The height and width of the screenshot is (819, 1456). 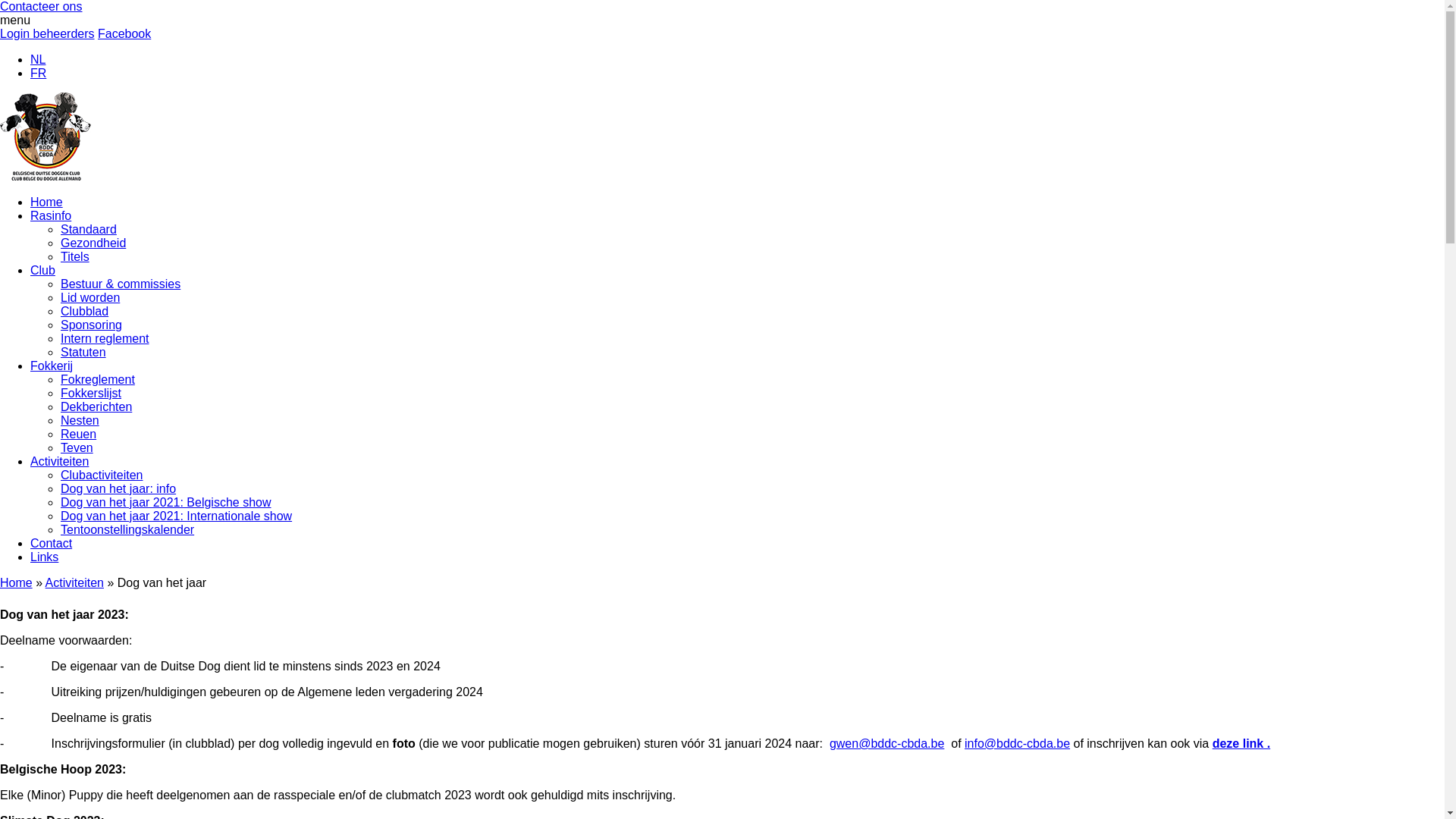 What do you see at coordinates (0, 0) in the screenshot?
I see `'Overslaan en naar de inhoud gaan'` at bounding box center [0, 0].